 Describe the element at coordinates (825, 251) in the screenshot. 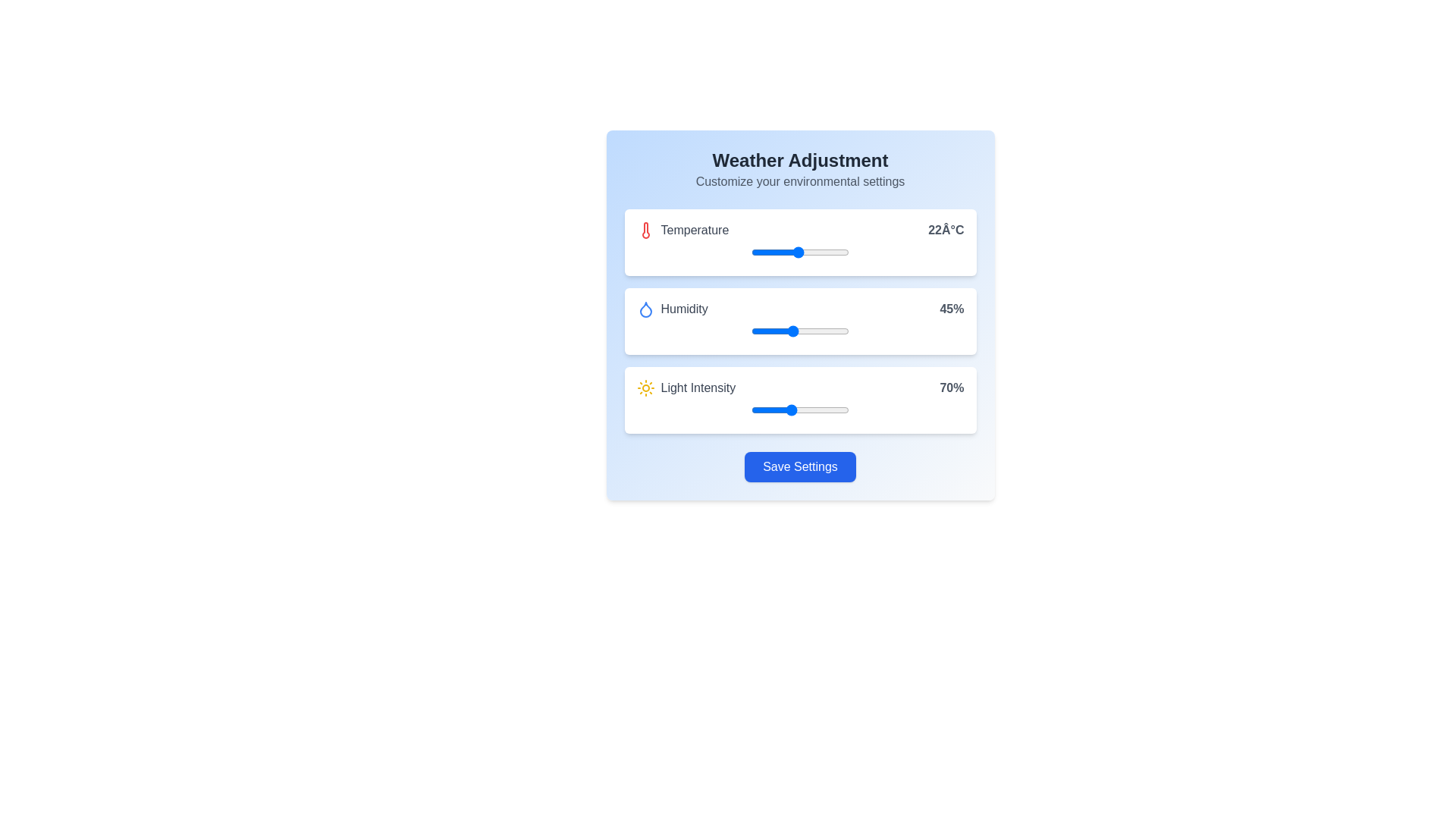

I see `the temperature` at that location.